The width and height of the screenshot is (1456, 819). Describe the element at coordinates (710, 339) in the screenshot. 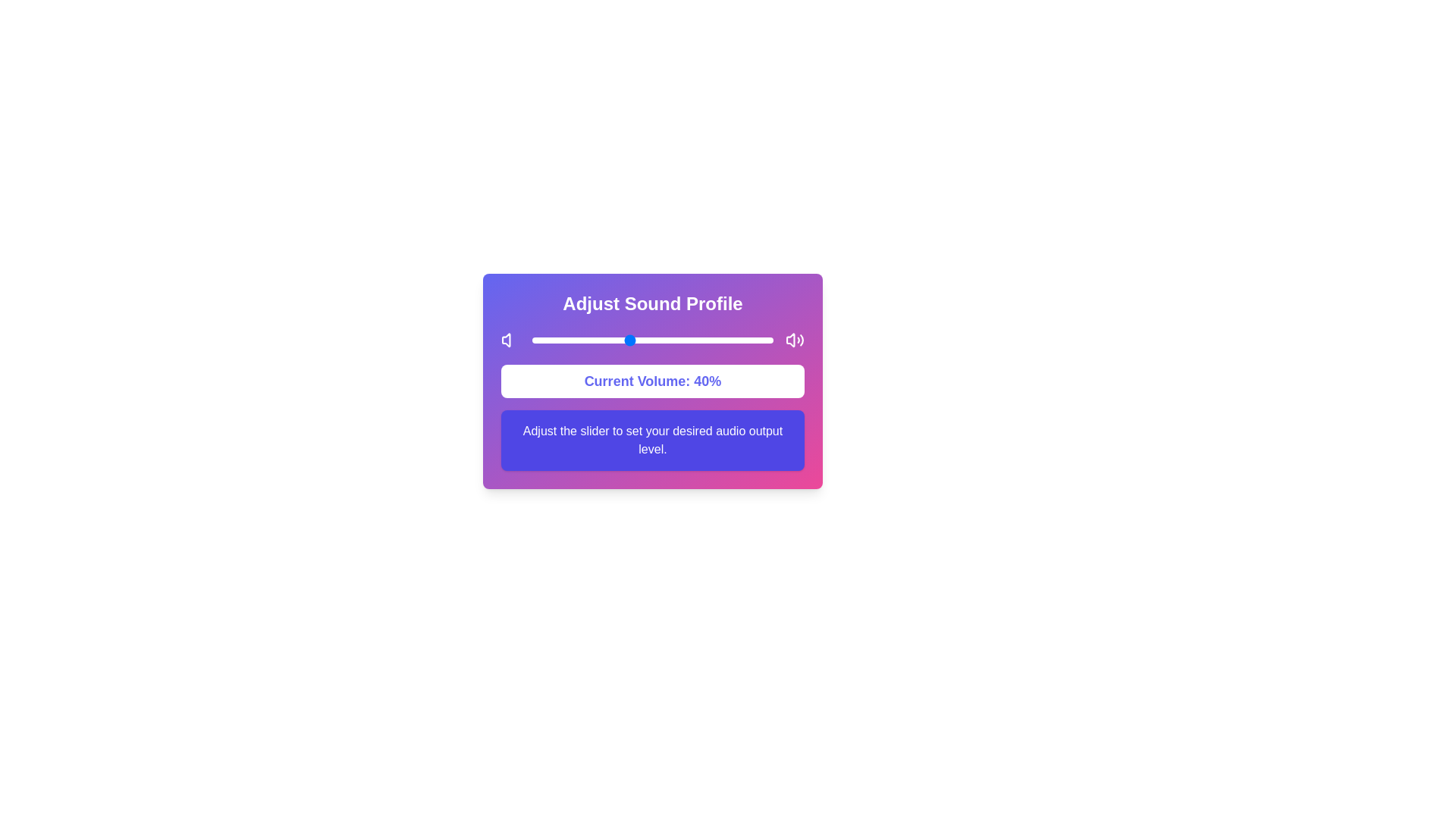

I see `the slider to set the sound level to 74` at that location.